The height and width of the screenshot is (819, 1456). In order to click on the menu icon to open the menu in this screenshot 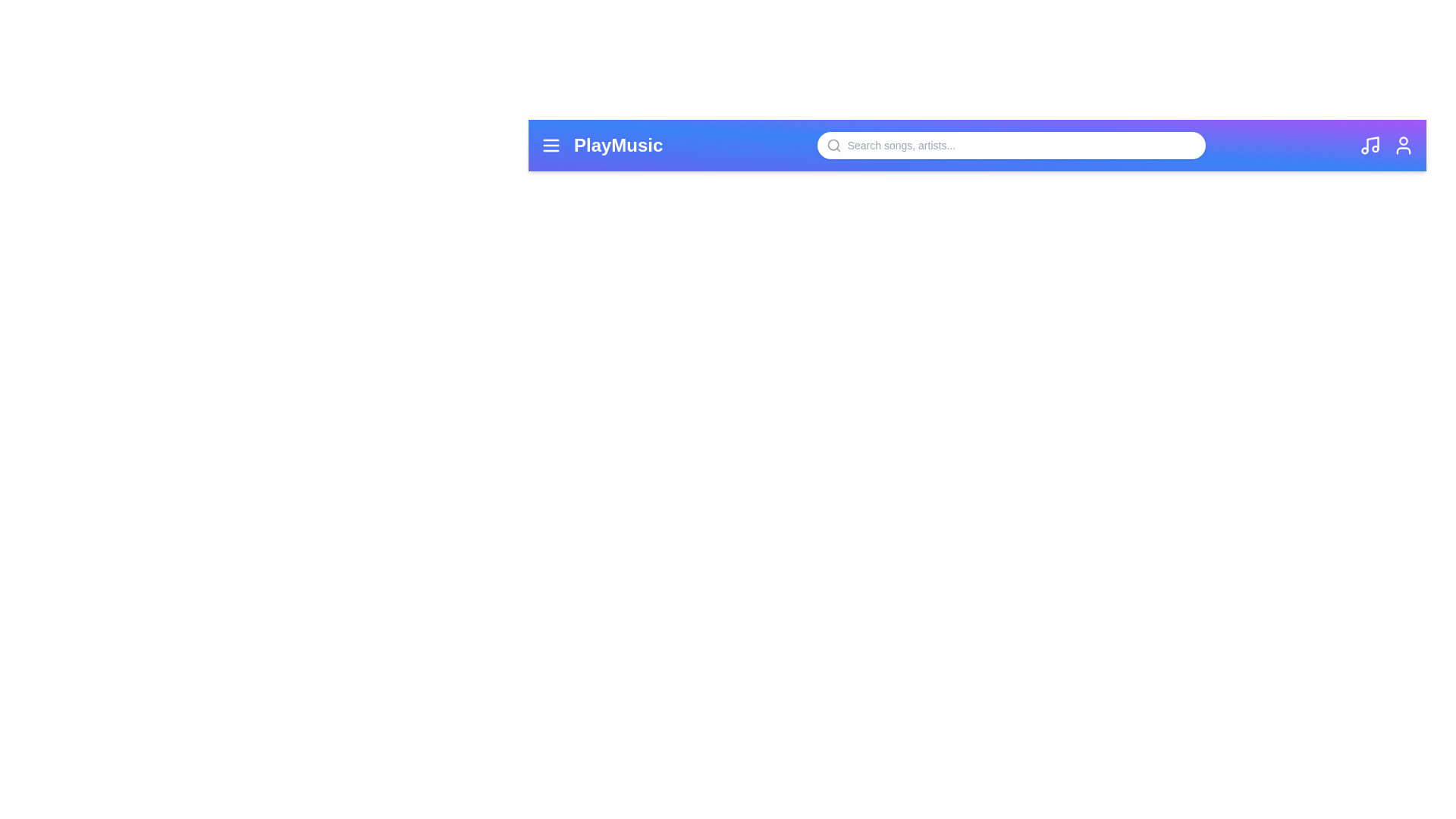, I will do `click(550, 146)`.